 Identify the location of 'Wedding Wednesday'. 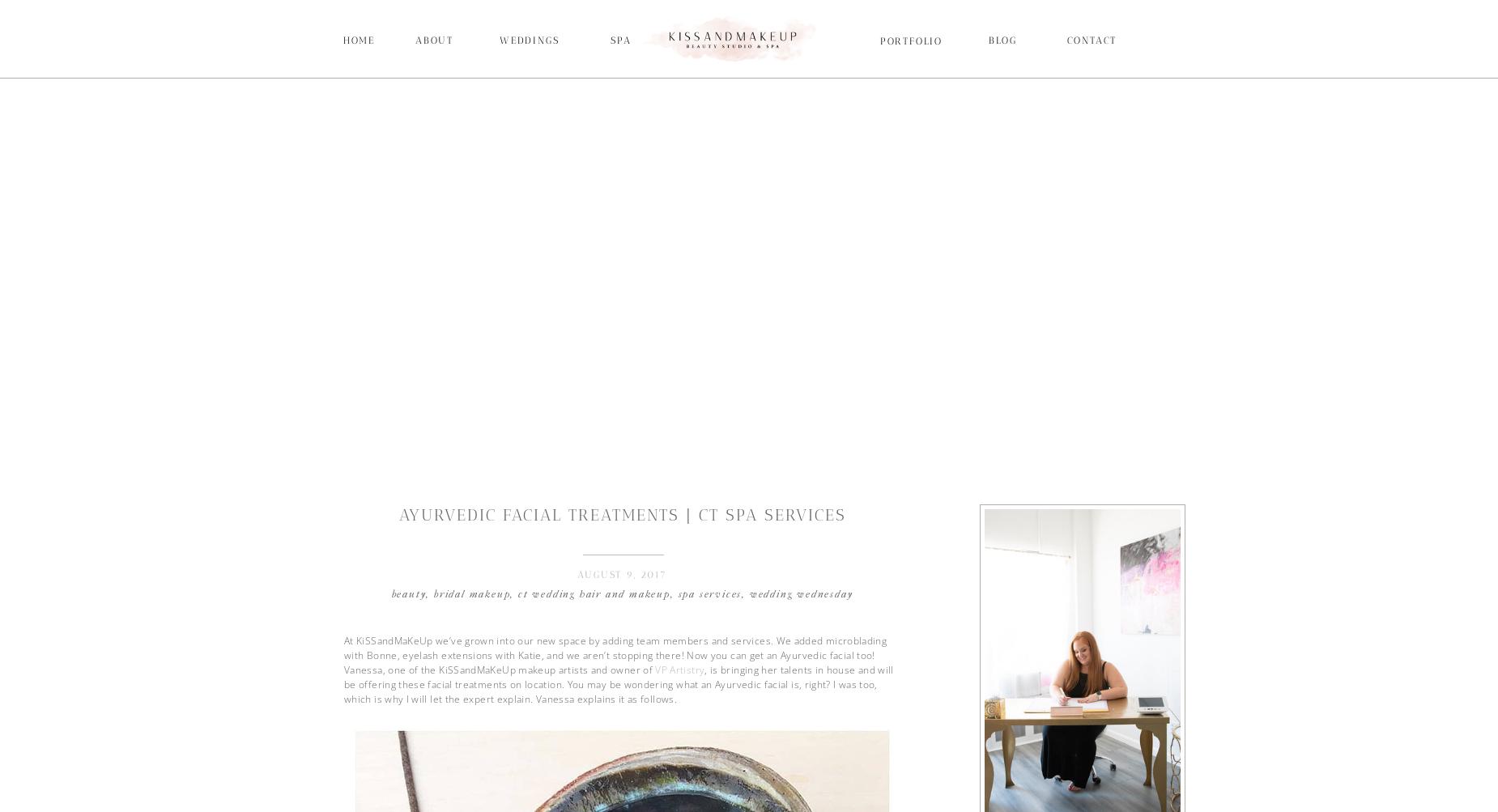
(749, 593).